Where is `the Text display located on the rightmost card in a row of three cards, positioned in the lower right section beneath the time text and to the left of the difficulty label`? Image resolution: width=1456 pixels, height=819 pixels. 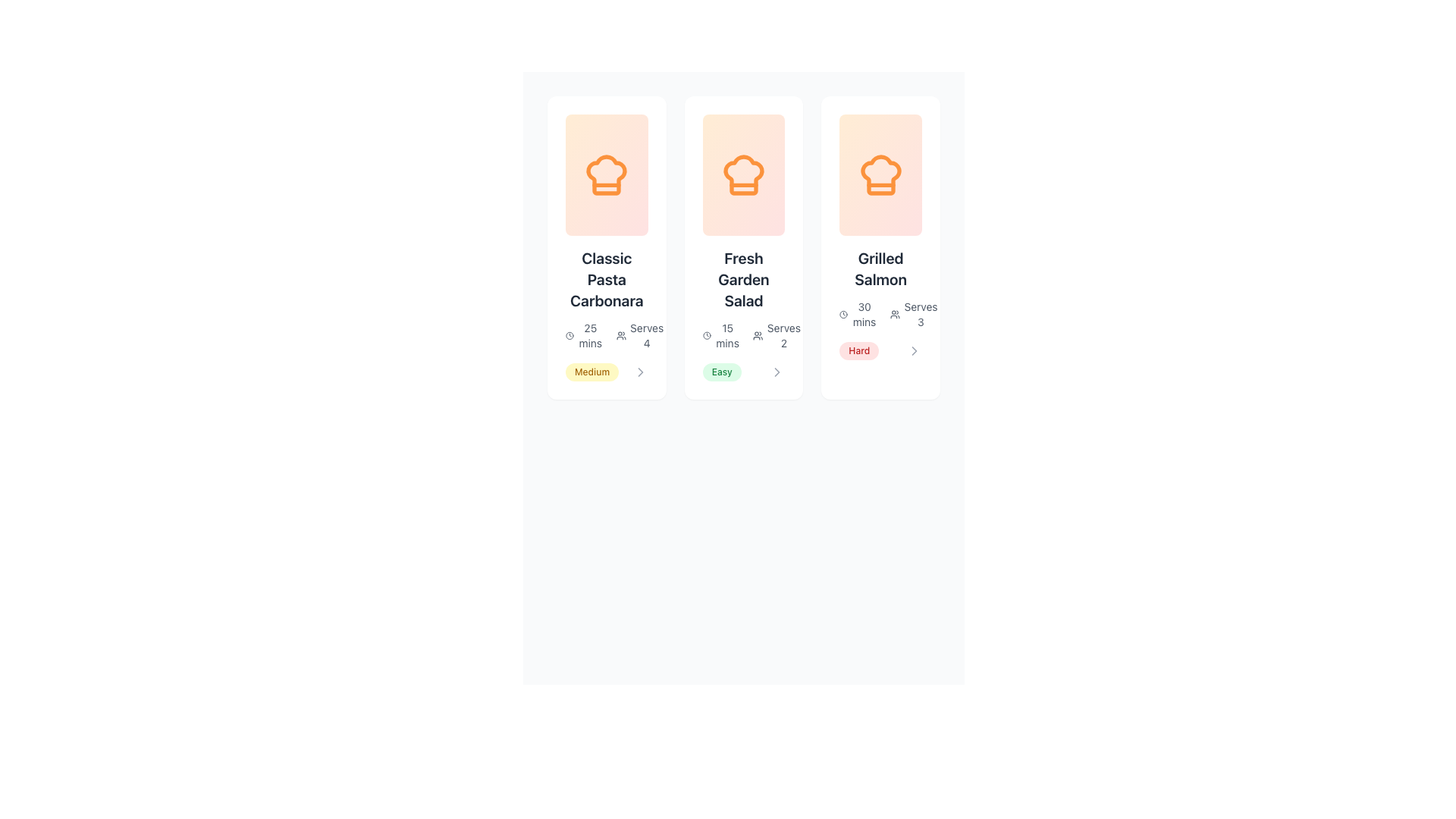
the Text display located on the rightmost card in a row of three cards, positioned in the lower right section beneath the time text and to the left of the difficulty label is located at coordinates (920, 314).